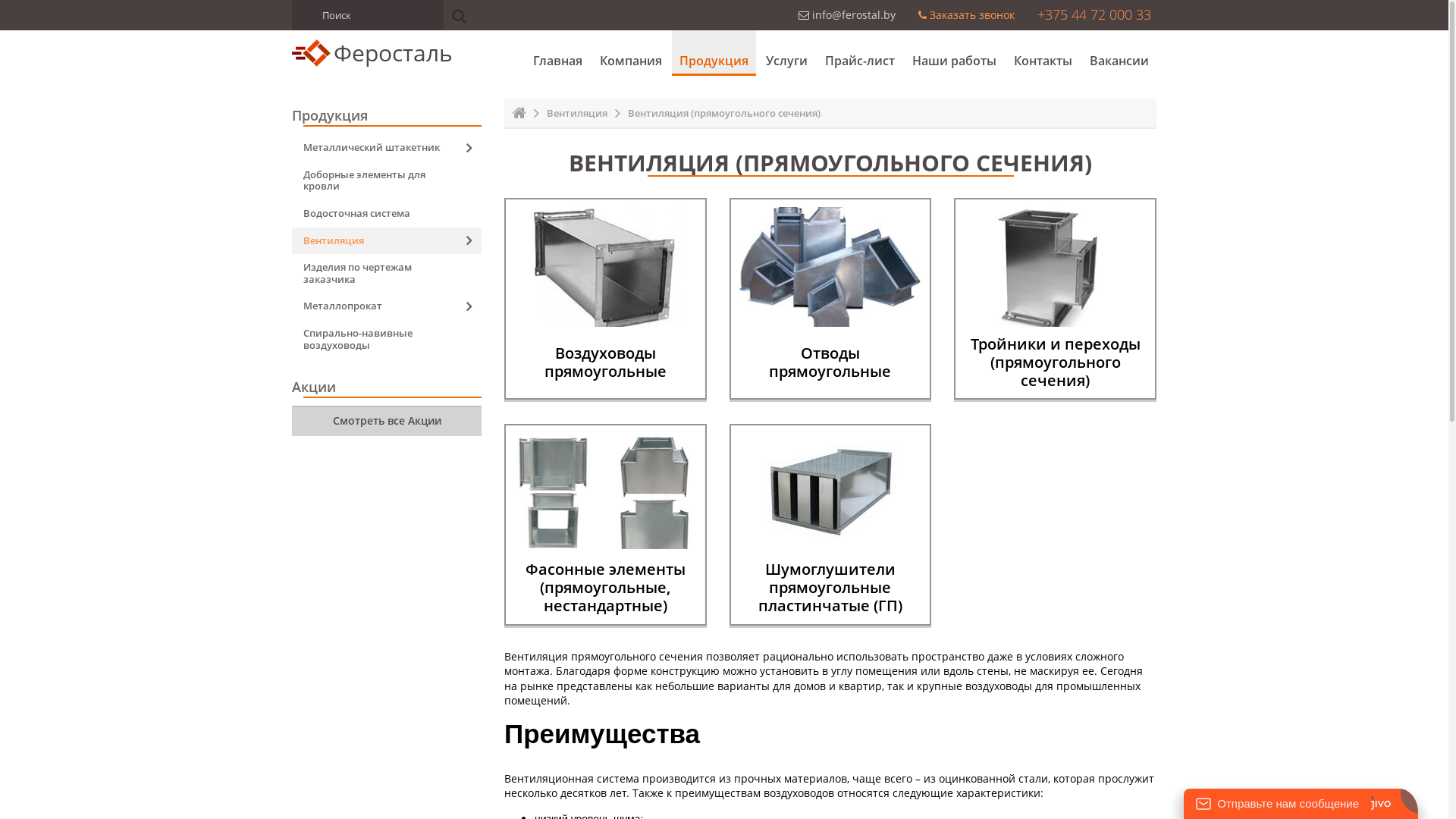 This screenshot has width=1456, height=819. What do you see at coordinates (846, 14) in the screenshot?
I see `'info@ferostal.by'` at bounding box center [846, 14].